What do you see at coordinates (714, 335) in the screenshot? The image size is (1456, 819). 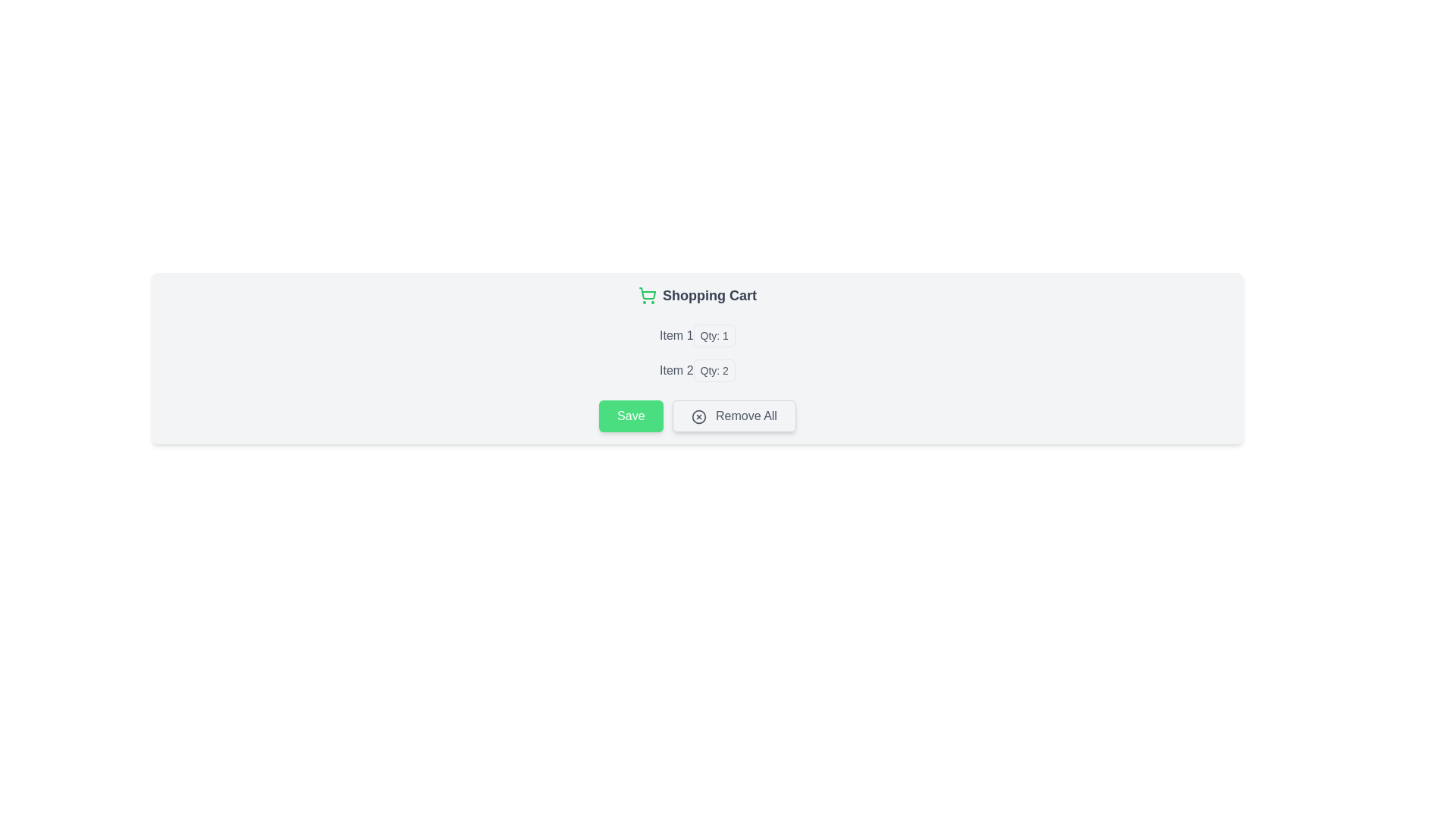 I see `the static text label displaying 'Qty: 1' which is styled with a rounded rectangular border and located on the right side of the 'Item 1' information row` at bounding box center [714, 335].